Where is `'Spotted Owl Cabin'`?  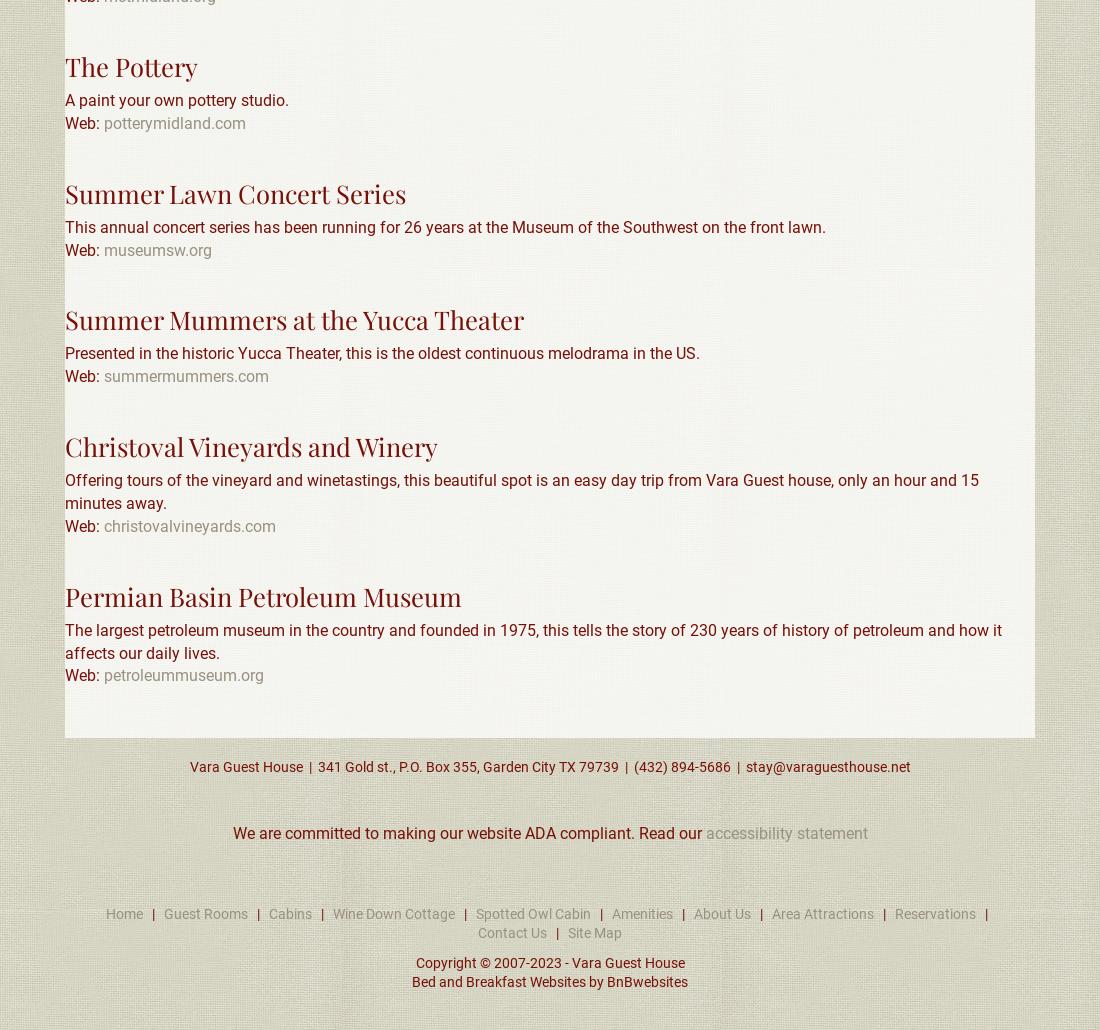
'Spotted Owl Cabin' is located at coordinates (533, 912).